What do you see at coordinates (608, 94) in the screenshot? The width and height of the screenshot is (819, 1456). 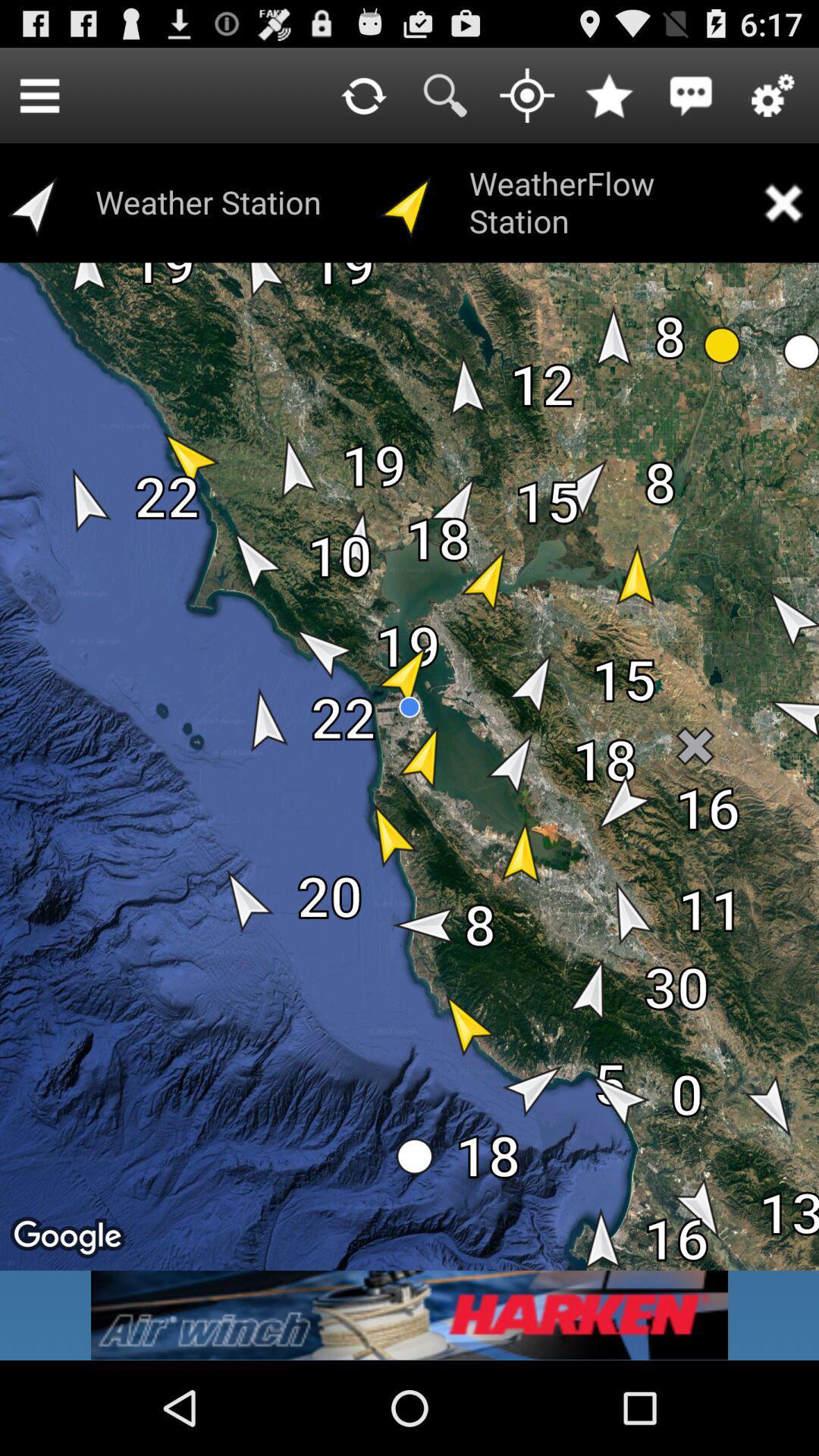 I see `to favourite` at bounding box center [608, 94].